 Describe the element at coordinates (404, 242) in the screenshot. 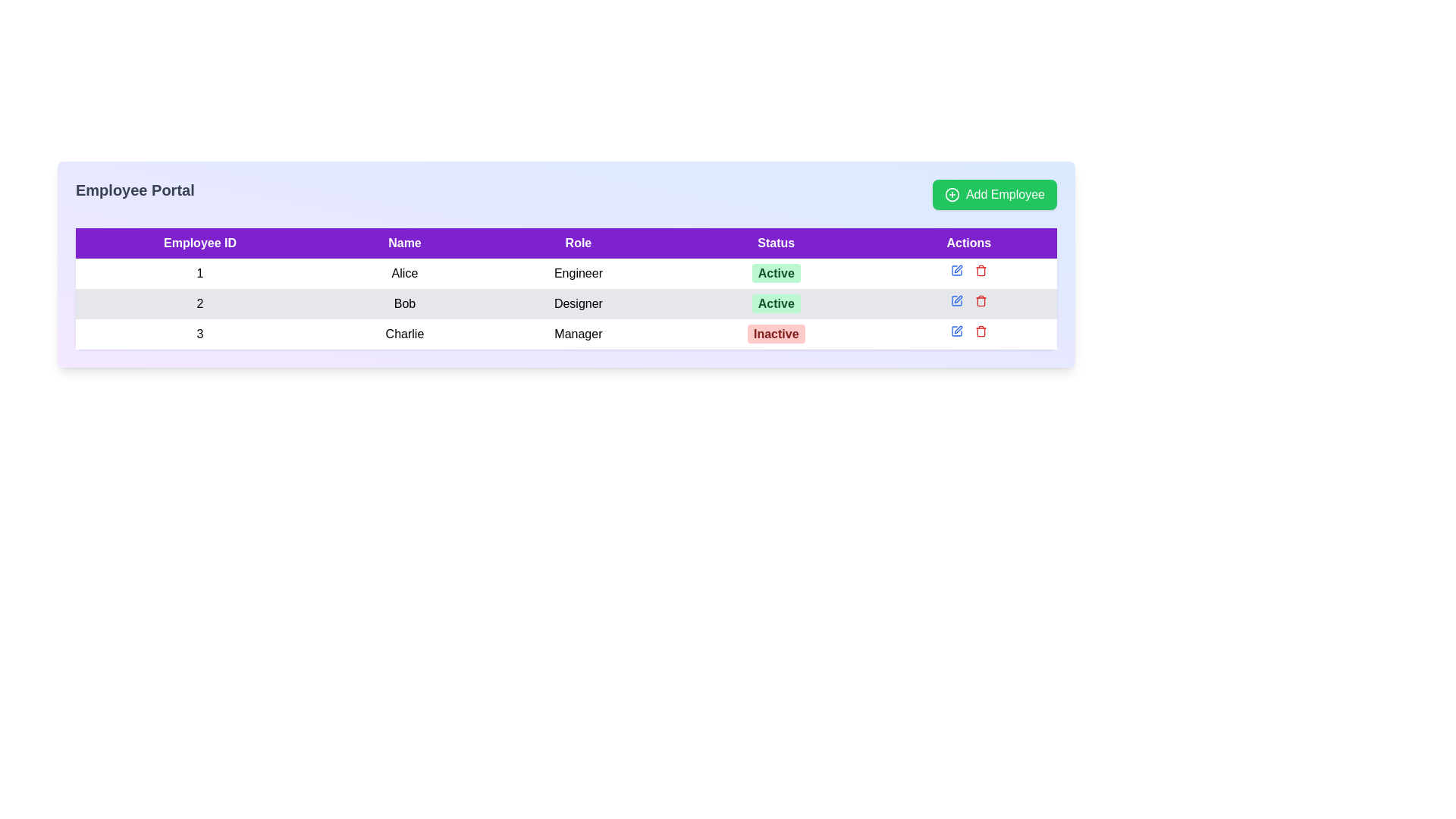

I see `the table header cell labeled 'Name' to sort the column, which is the second cell in the header row of the data table` at that location.